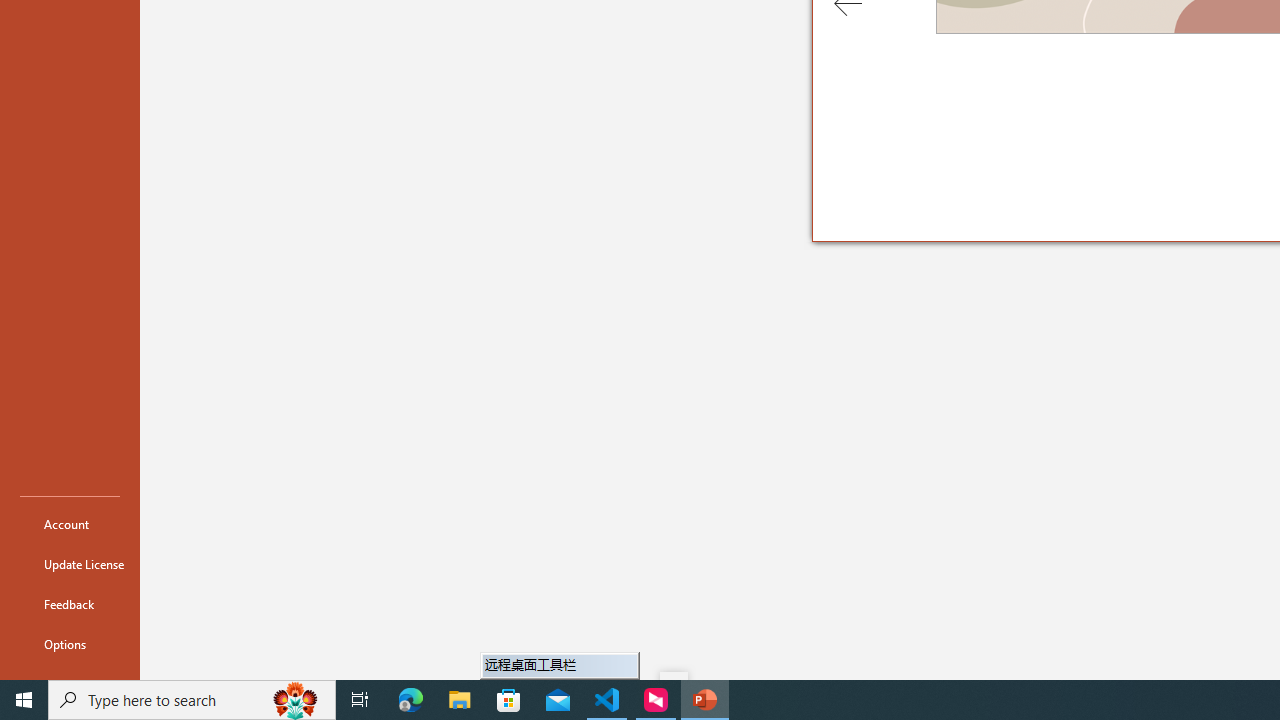  I want to click on 'Account', so click(69, 523).